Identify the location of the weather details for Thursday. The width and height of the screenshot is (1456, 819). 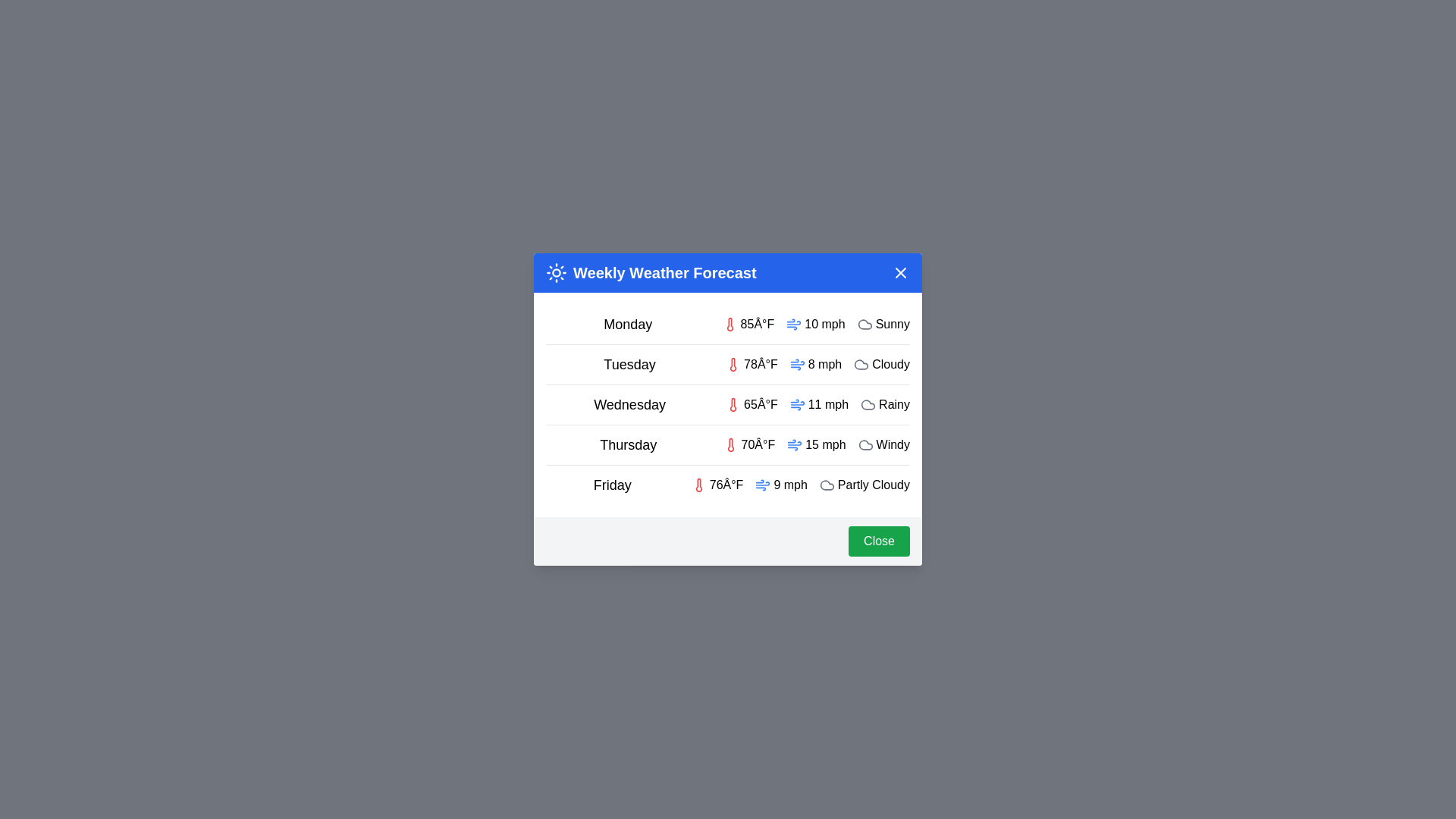
(728, 444).